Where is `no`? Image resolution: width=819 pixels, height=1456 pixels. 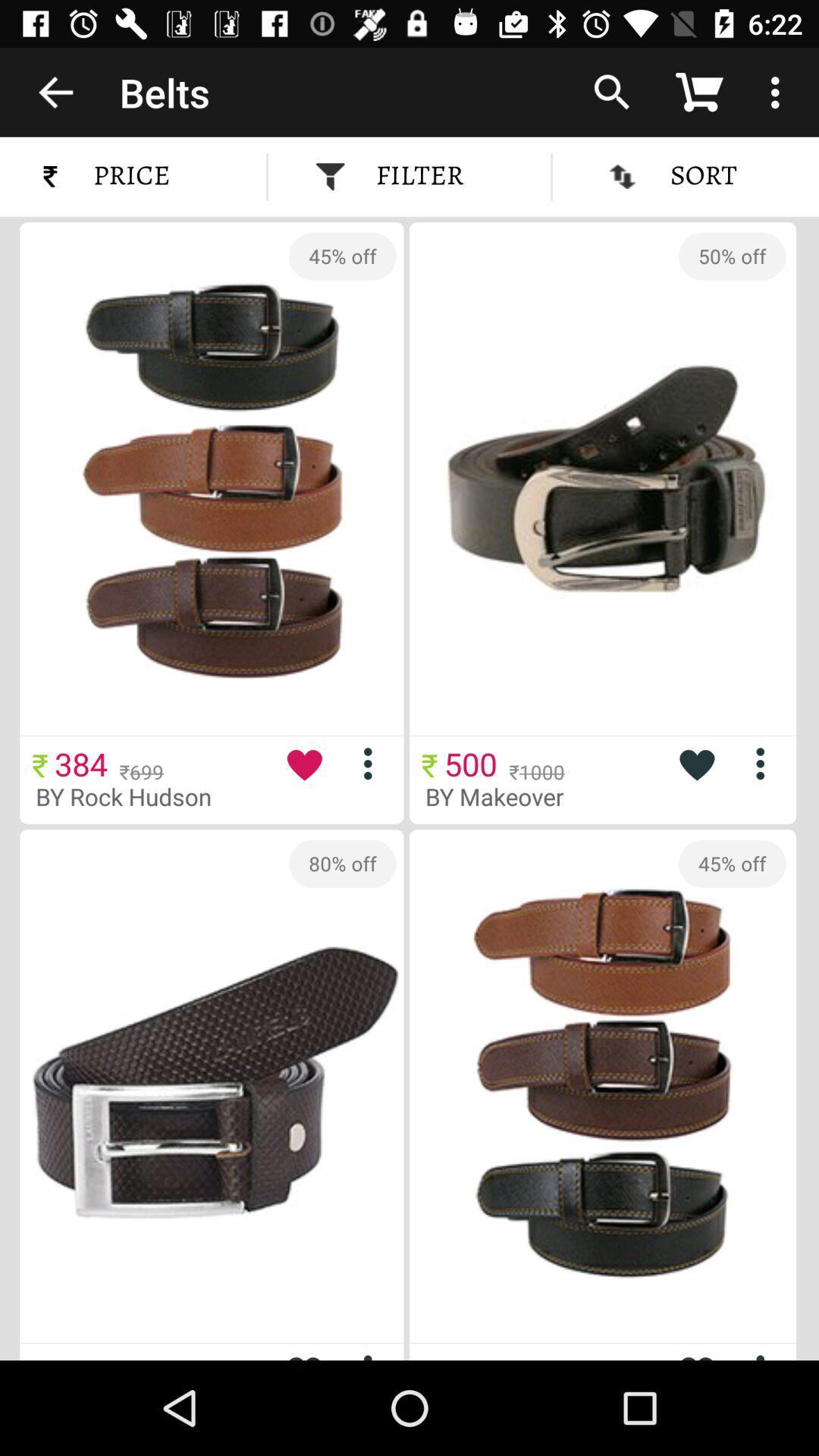 no is located at coordinates (766, 1354).